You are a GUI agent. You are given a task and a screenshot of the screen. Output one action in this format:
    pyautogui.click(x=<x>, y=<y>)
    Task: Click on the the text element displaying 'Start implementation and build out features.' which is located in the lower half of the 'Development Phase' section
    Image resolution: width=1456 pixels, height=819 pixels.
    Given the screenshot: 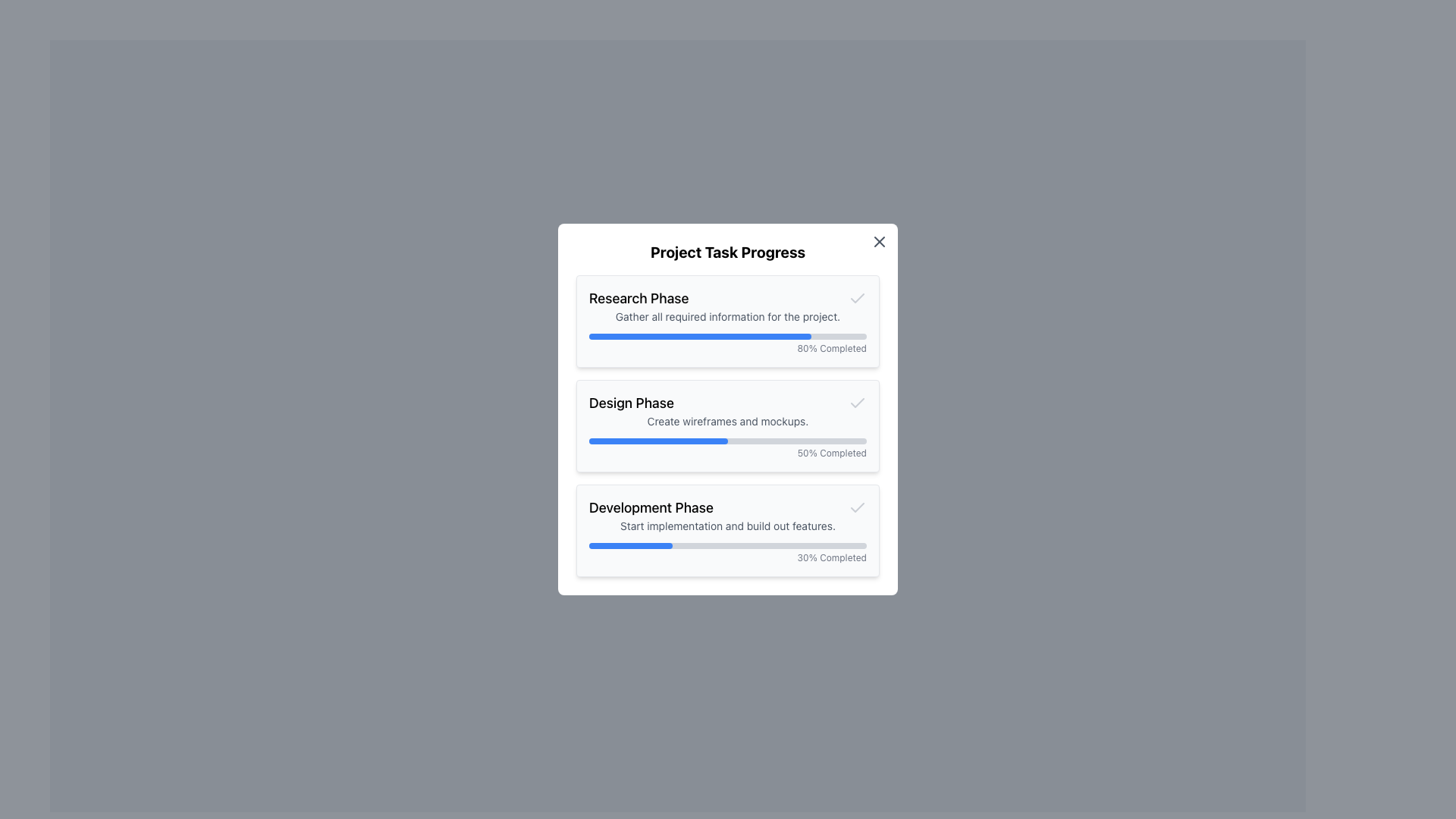 What is the action you would take?
    pyautogui.click(x=728, y=526)
    